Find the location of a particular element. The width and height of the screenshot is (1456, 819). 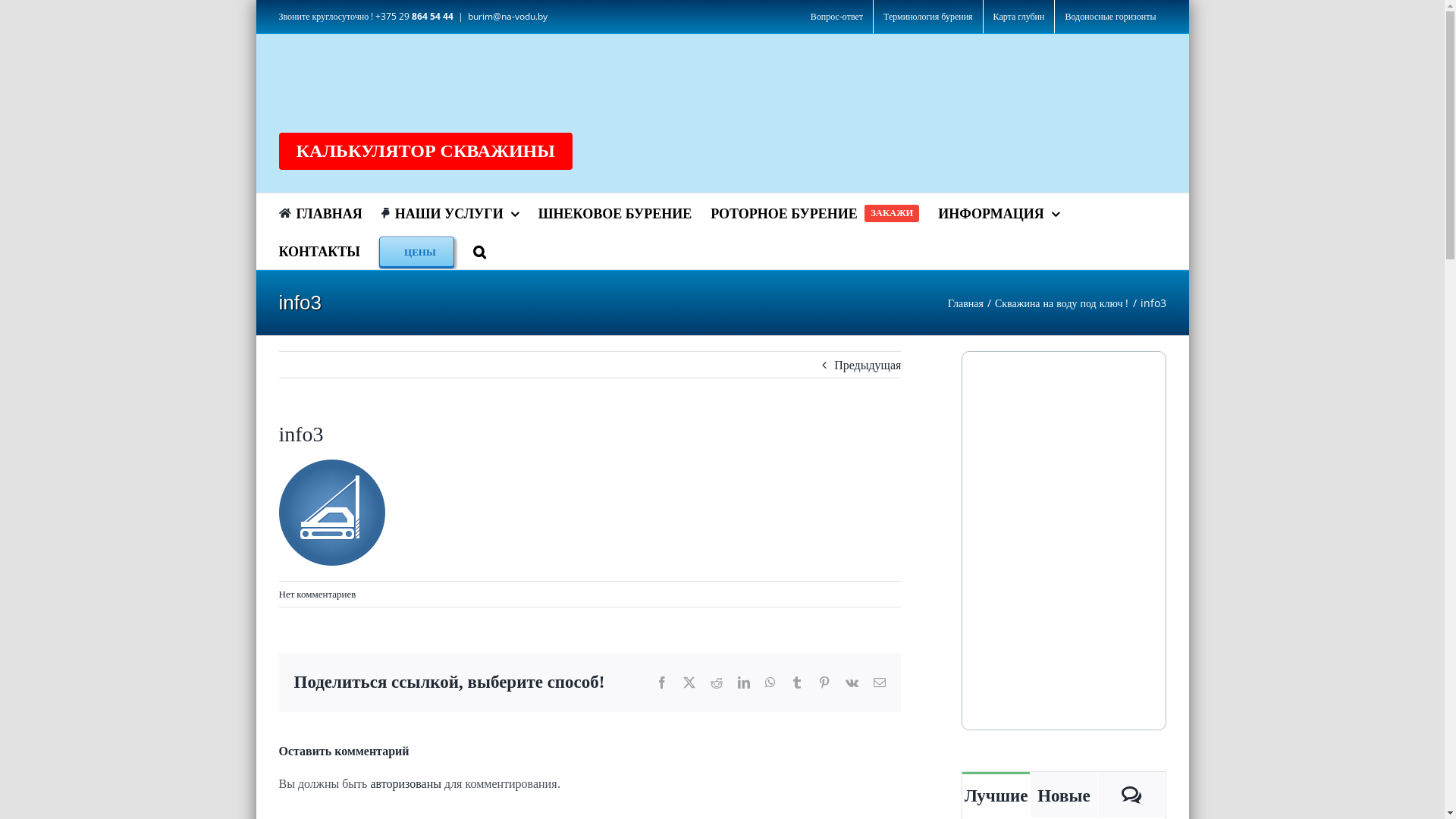

'Twitter' is located at coordinates (688, 681).